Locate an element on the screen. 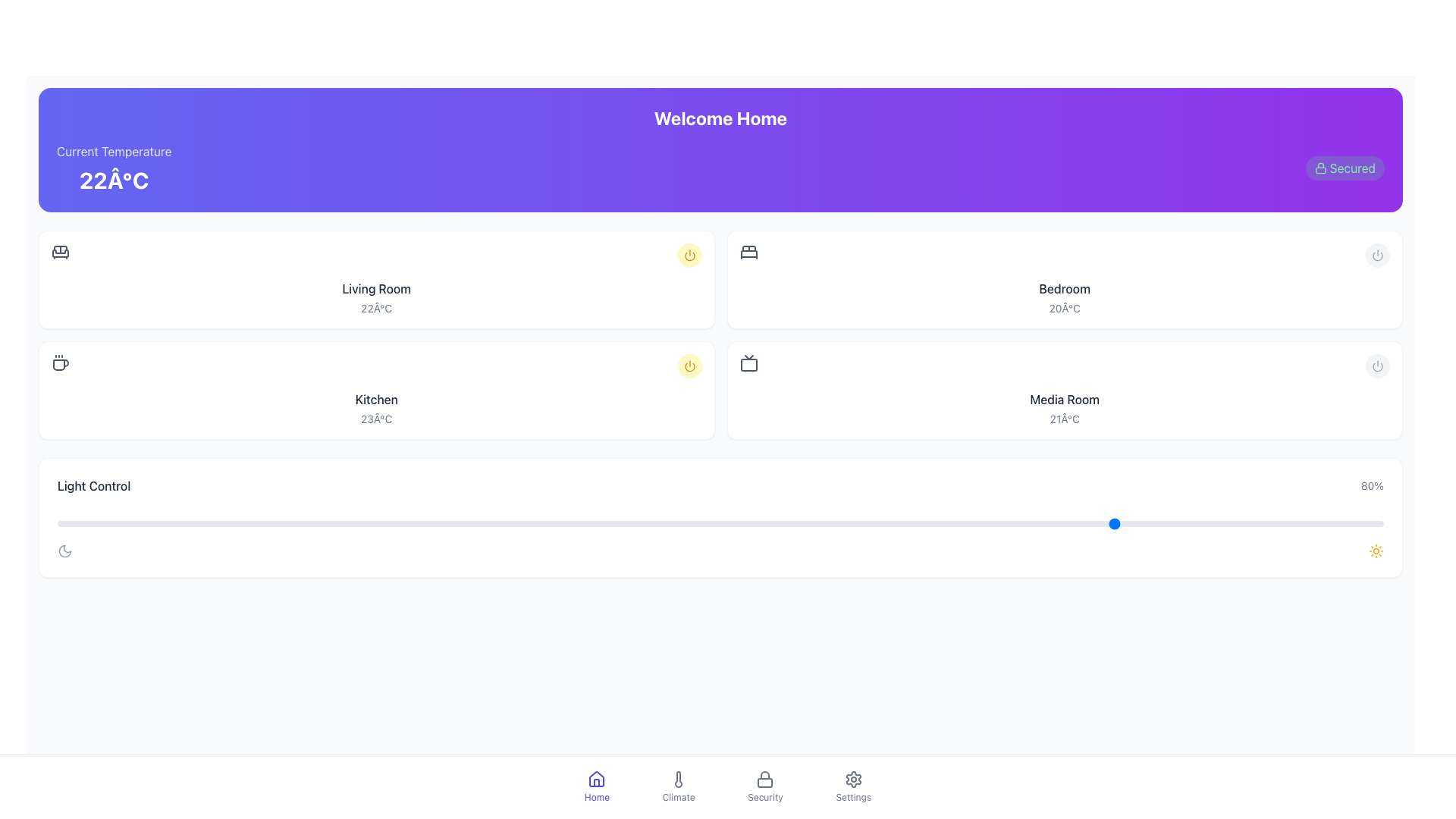  the small gray moon-shaped icon located on the left end of the horizontal section in the UI is located at coordinates (64, 551).